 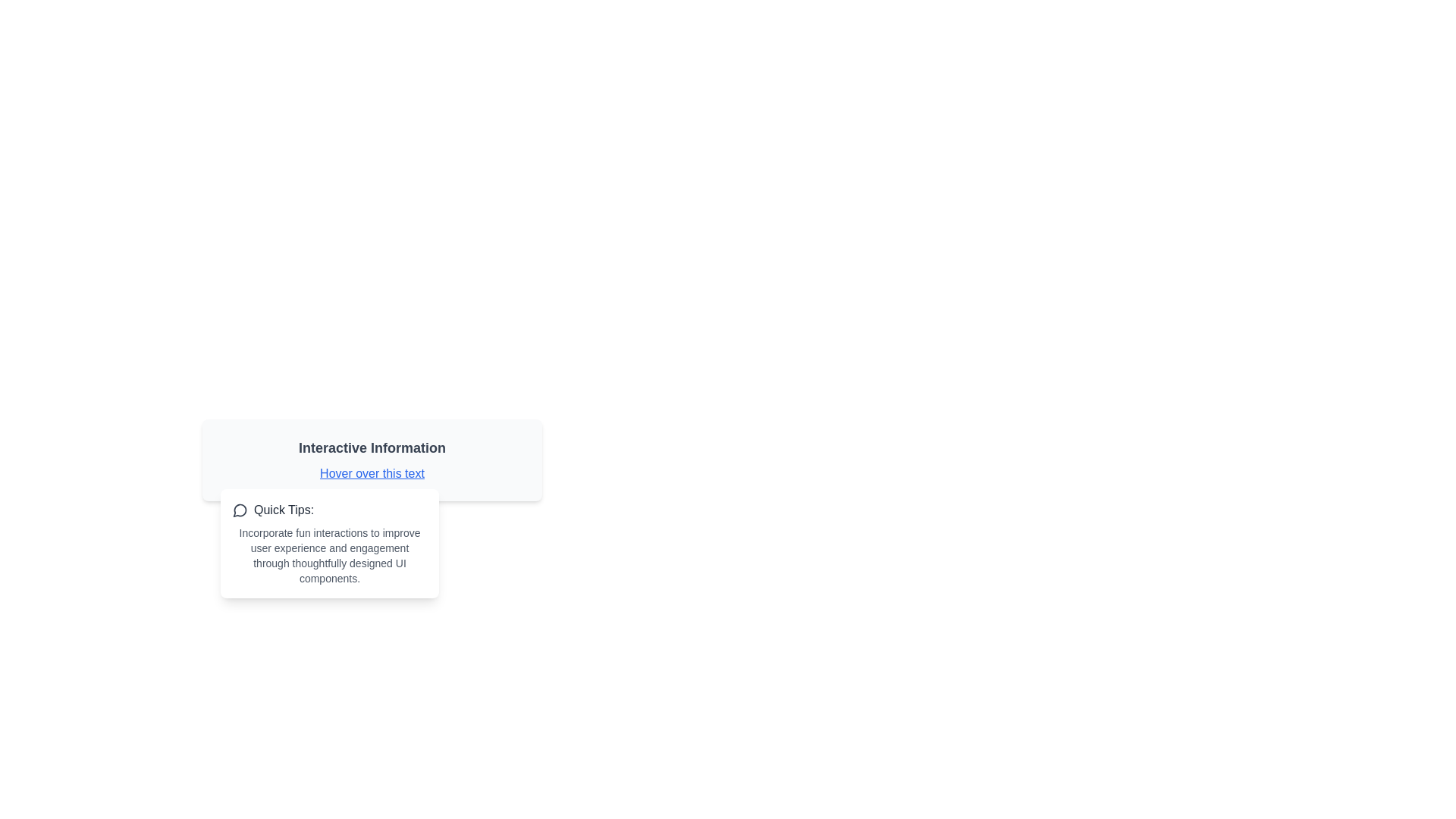 What do you see at coordinates (329, 543) in the screenshot?
I see `the tooltip or informational pop-up box that appears beneath the text link labeled 'Hover over this text'` at bounding box center [329, 543].